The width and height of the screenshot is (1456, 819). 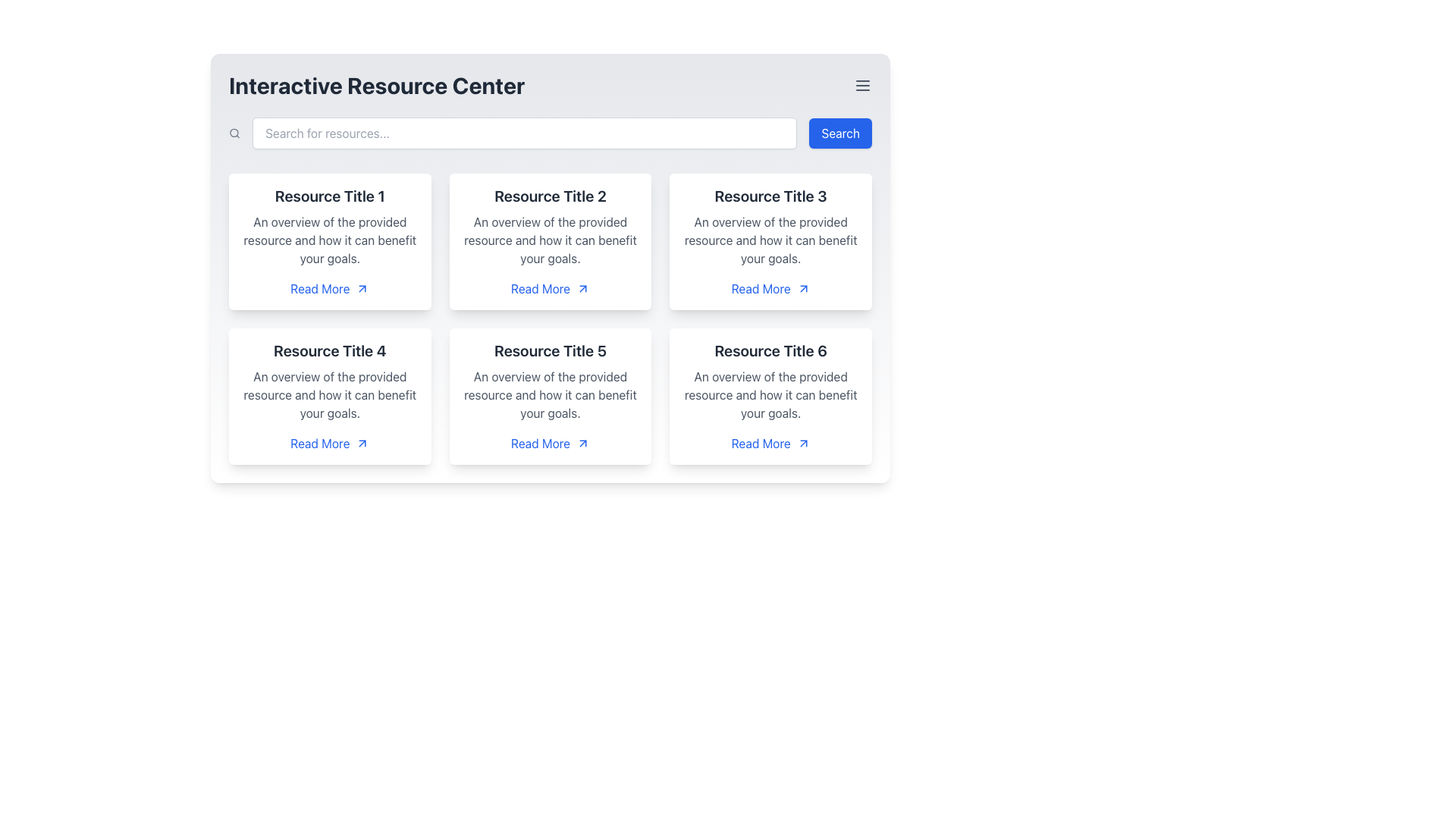 I want to click on the descriptive text element that provides an explanation of 'Resource Title 5', located in the second row and second column of the card layout, so click(x=549, y=394).